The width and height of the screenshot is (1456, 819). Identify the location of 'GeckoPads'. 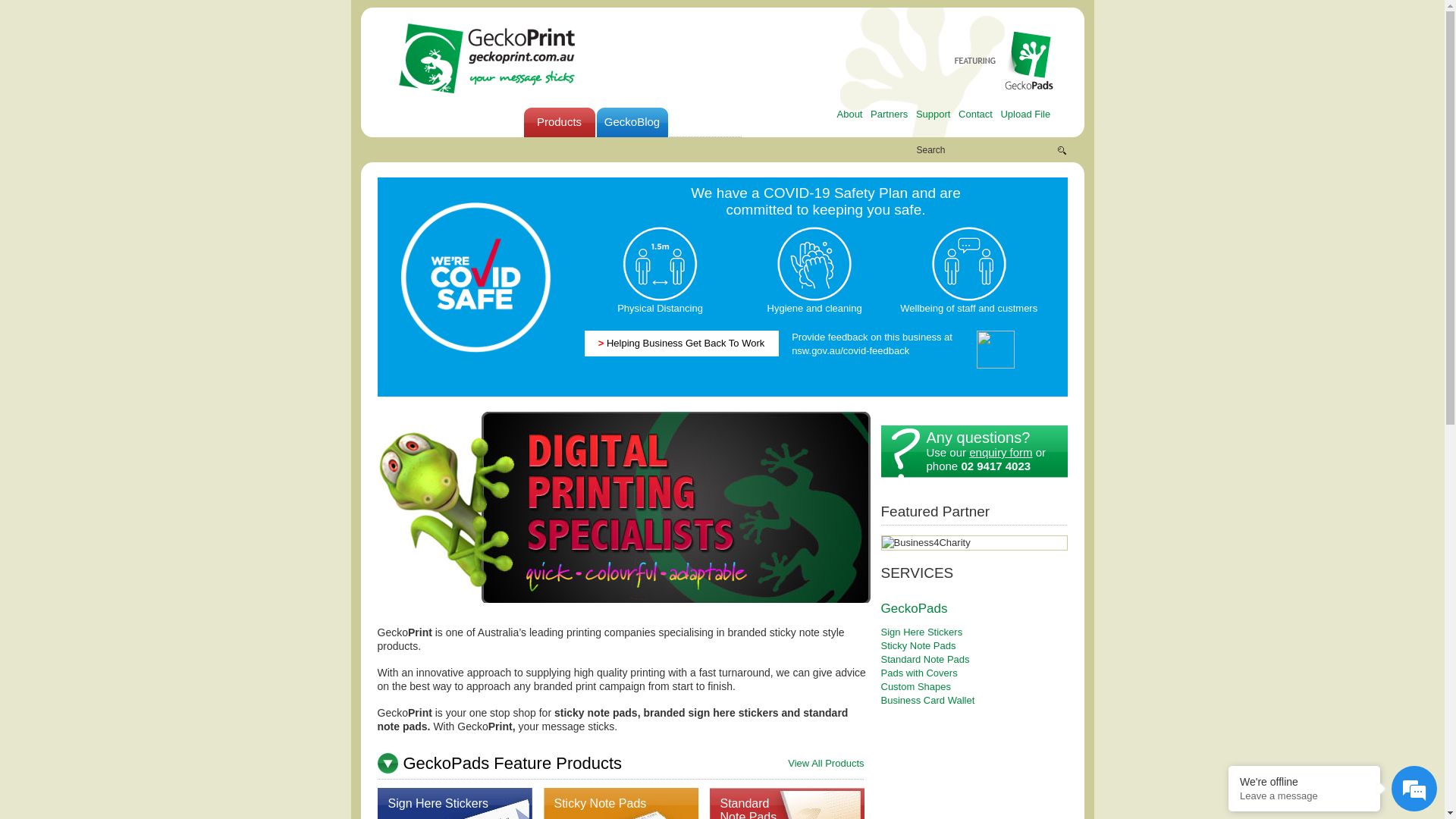
(913, 607).